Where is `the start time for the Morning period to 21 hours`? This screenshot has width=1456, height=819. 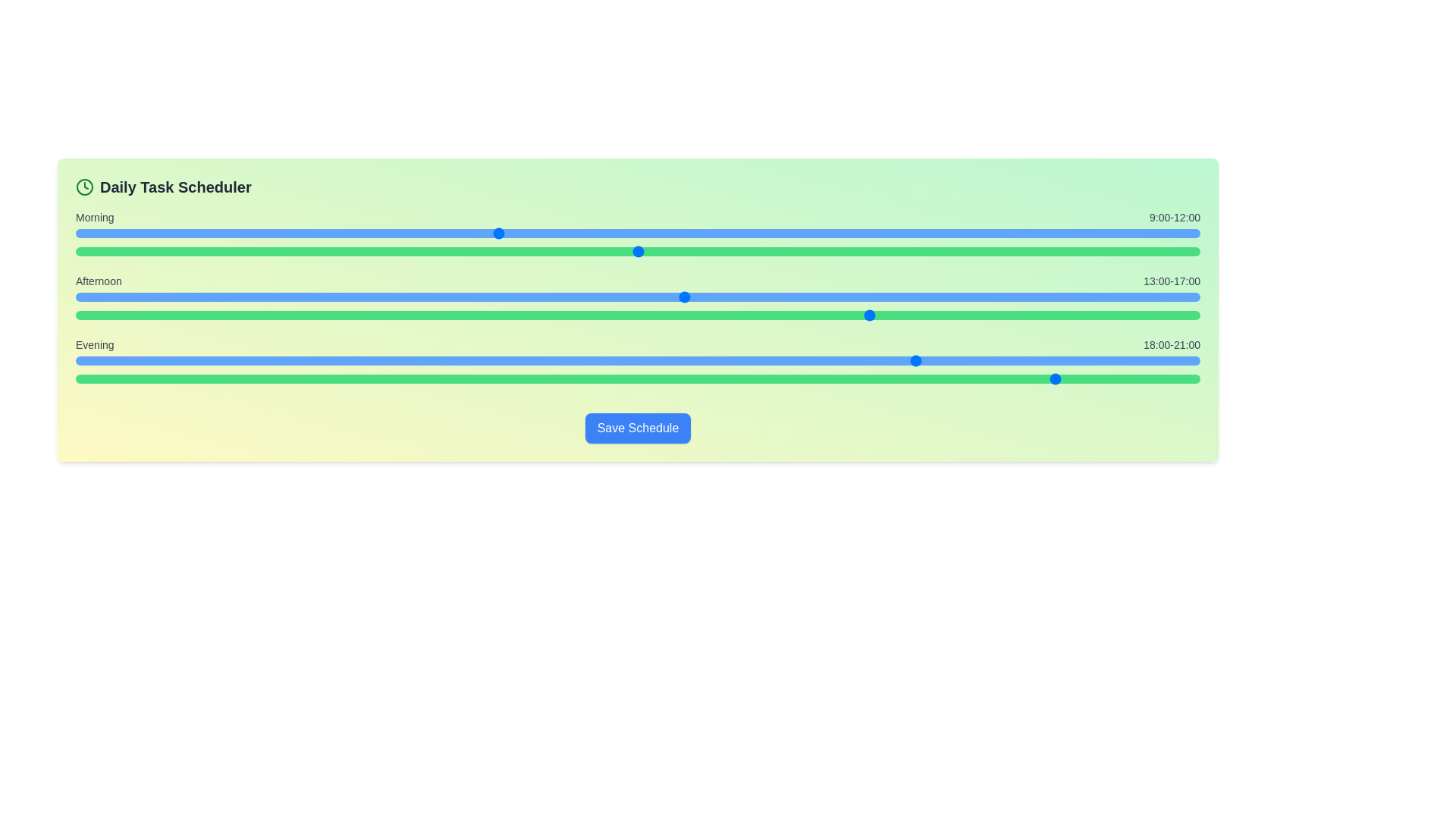
the start time for the Morning period to 21 hours is located at coordinates (1059, 234).